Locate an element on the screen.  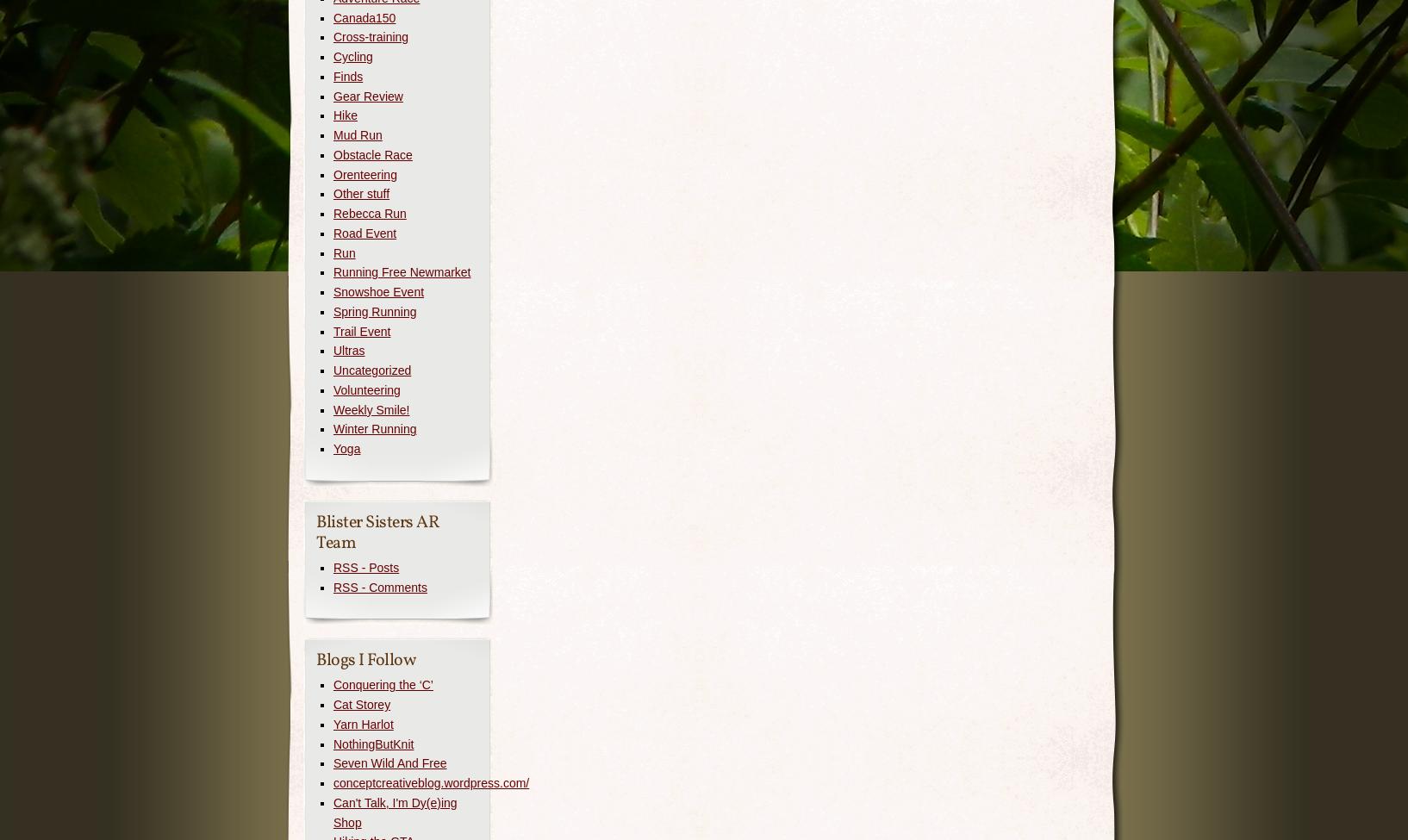
'Trail Event' is located at coordinates (361, 329).